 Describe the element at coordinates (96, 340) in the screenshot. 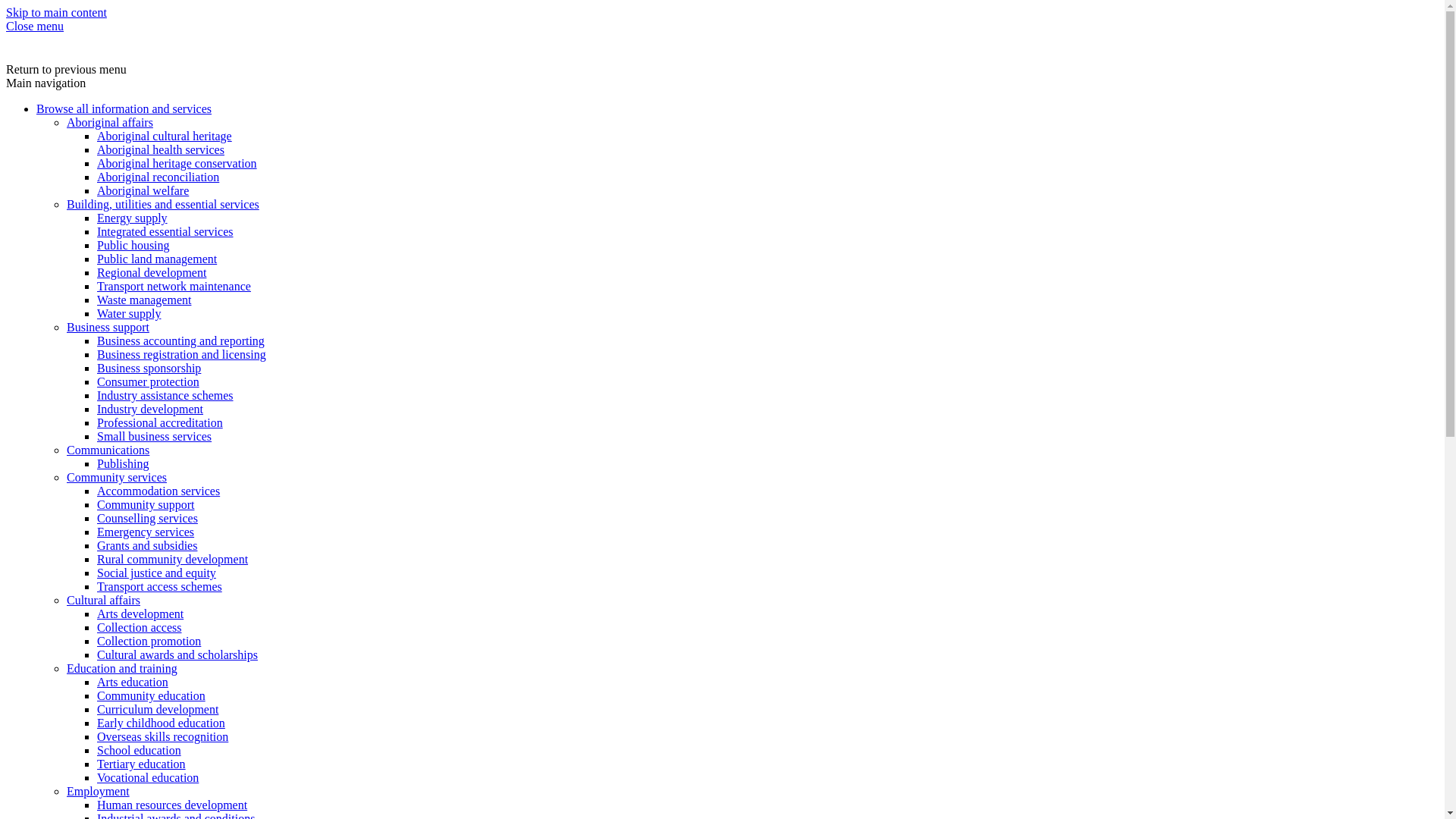

I see `'Business accounting and reporting'` at that location.